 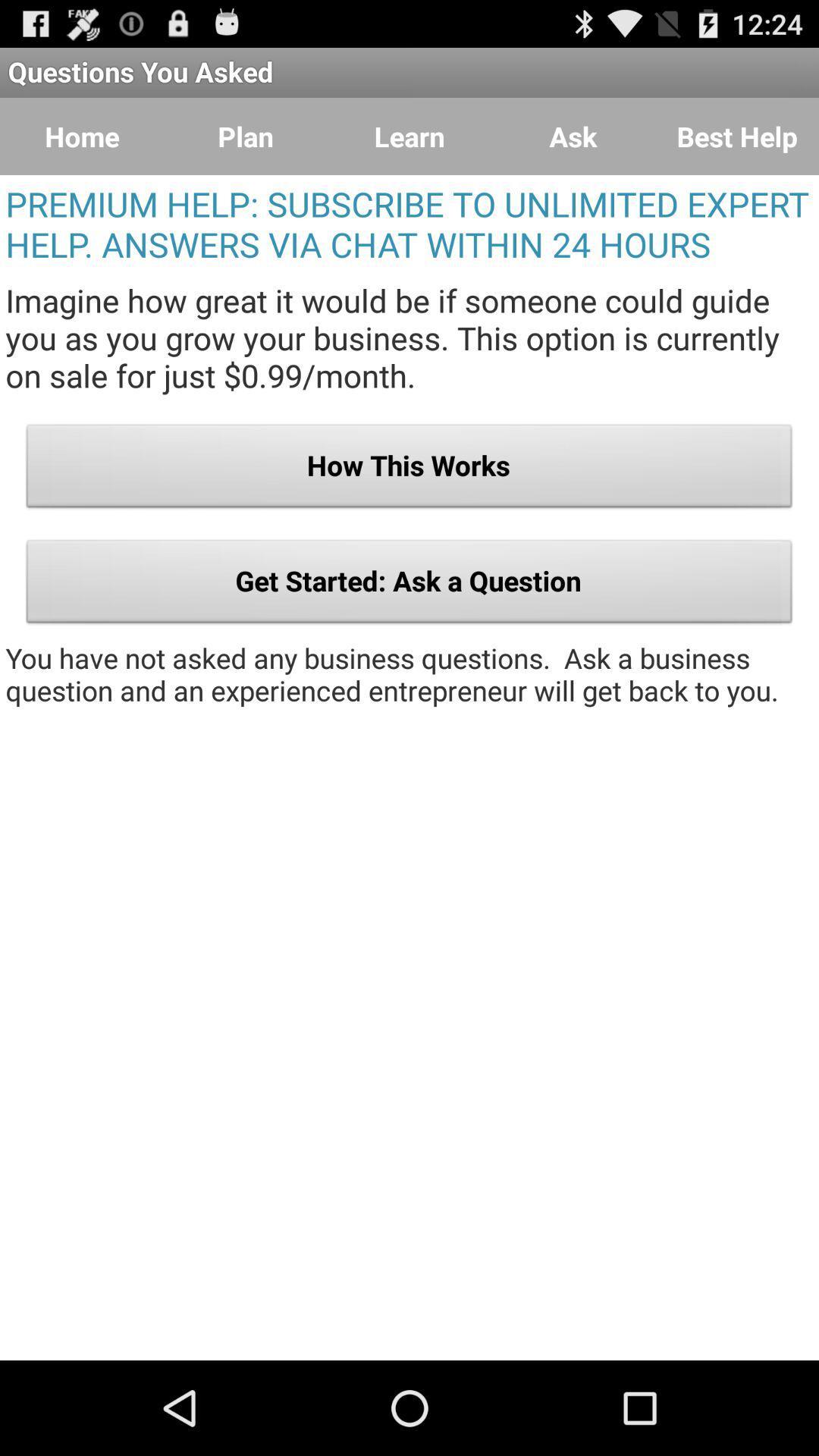 I want to click on the home, so click(x=82, y=136).